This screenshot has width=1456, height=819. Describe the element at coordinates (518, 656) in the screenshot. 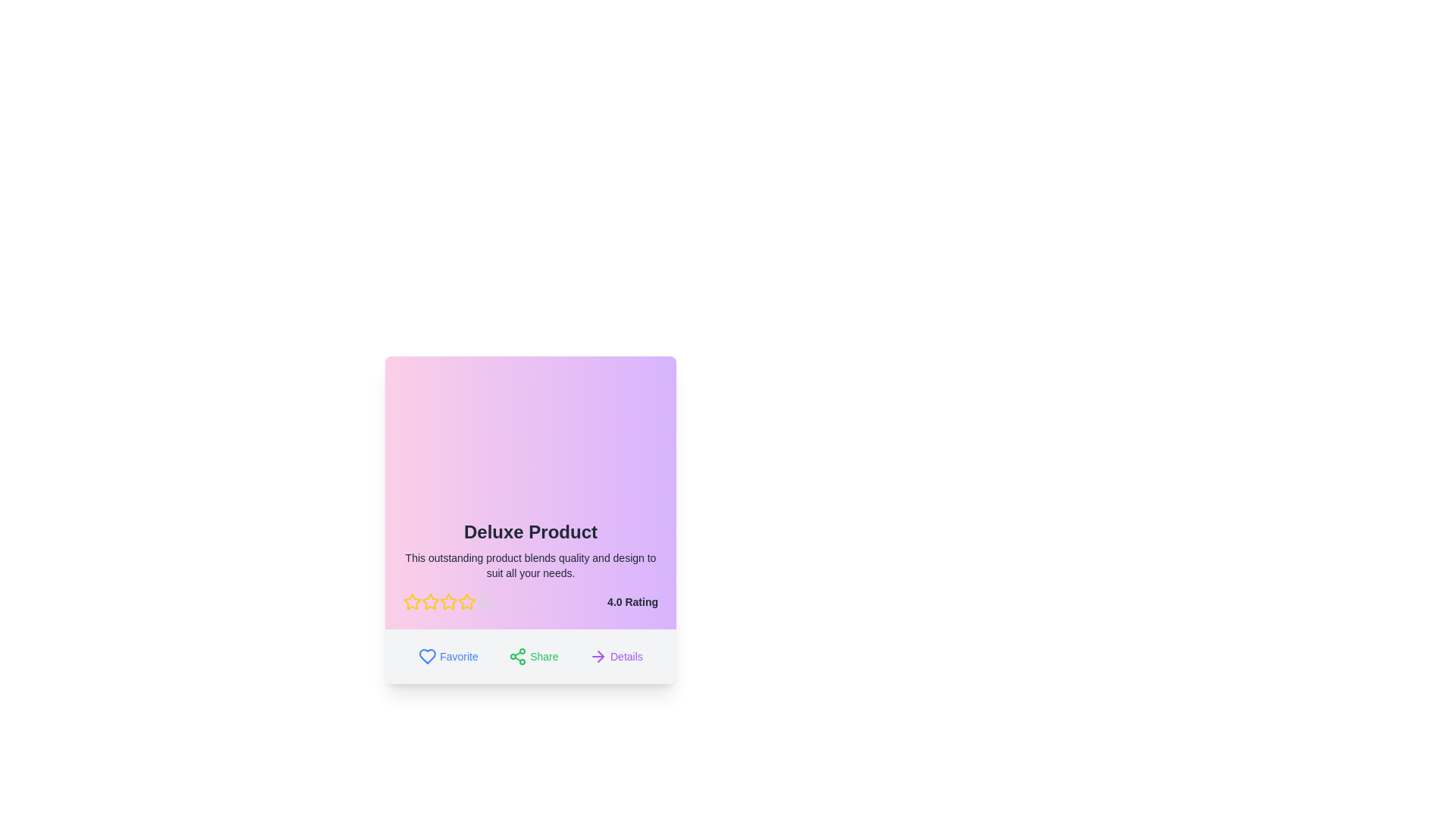

I see `the share icon element` at that location.